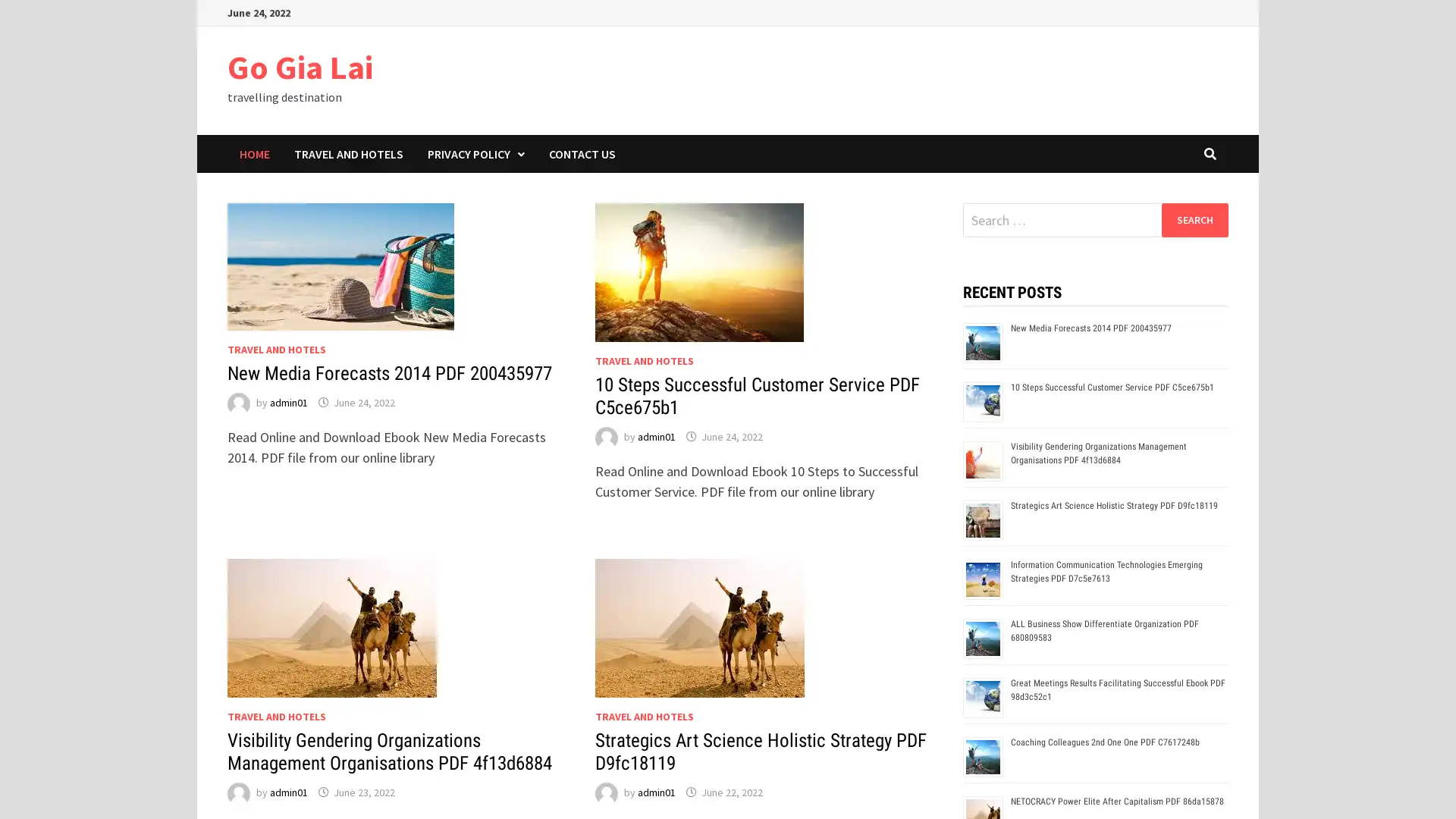  What do you see at coordinates (1194, 219) in the screenshot?
I see `Search` at bounding box center [1194, 219].